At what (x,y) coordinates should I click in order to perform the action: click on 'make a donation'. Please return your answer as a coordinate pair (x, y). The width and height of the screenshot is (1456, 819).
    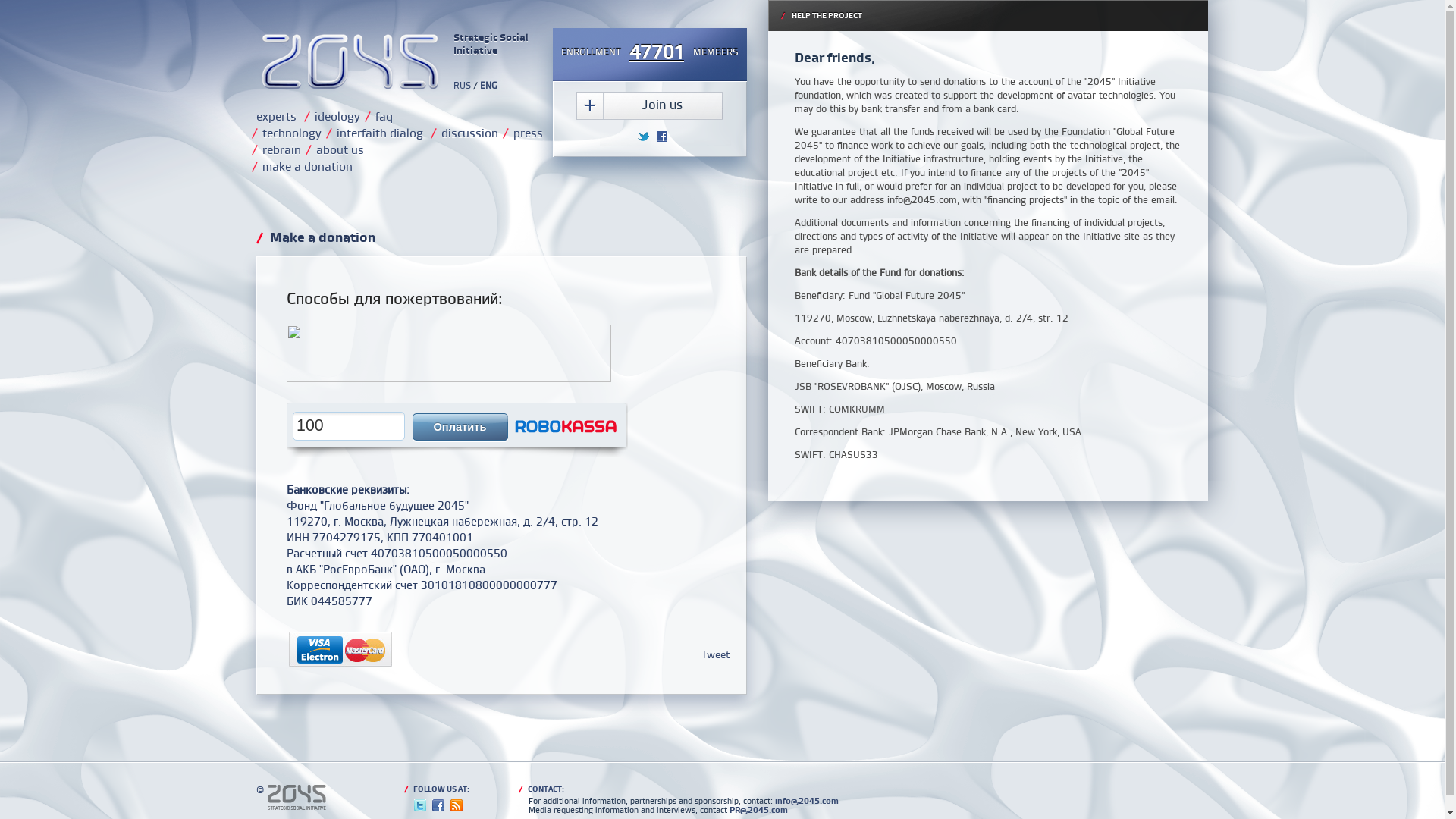
    Looking at the image, I should click on (306, 166).